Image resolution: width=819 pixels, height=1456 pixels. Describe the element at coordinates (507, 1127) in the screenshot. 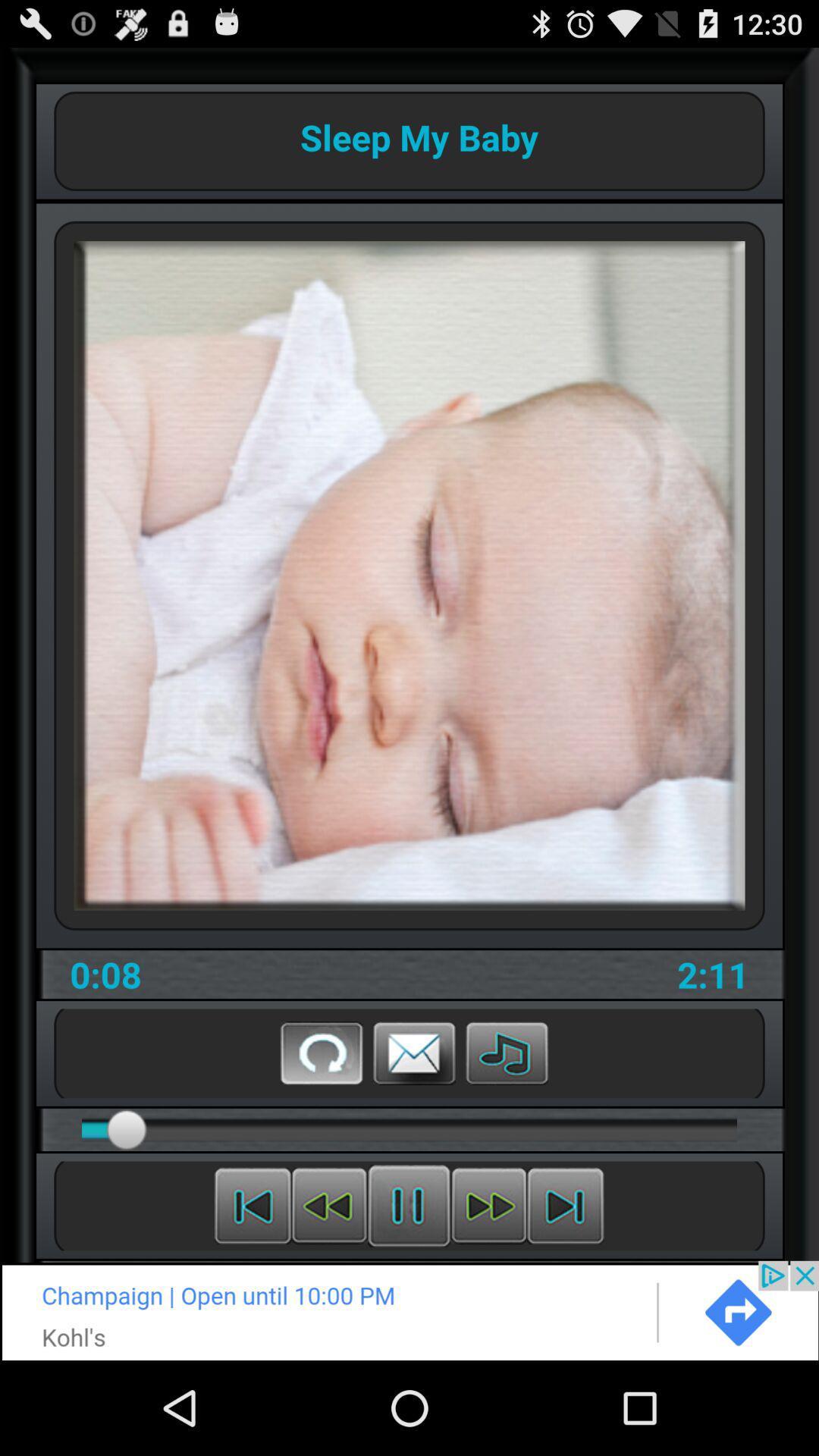

I see `the music icon` at that location.